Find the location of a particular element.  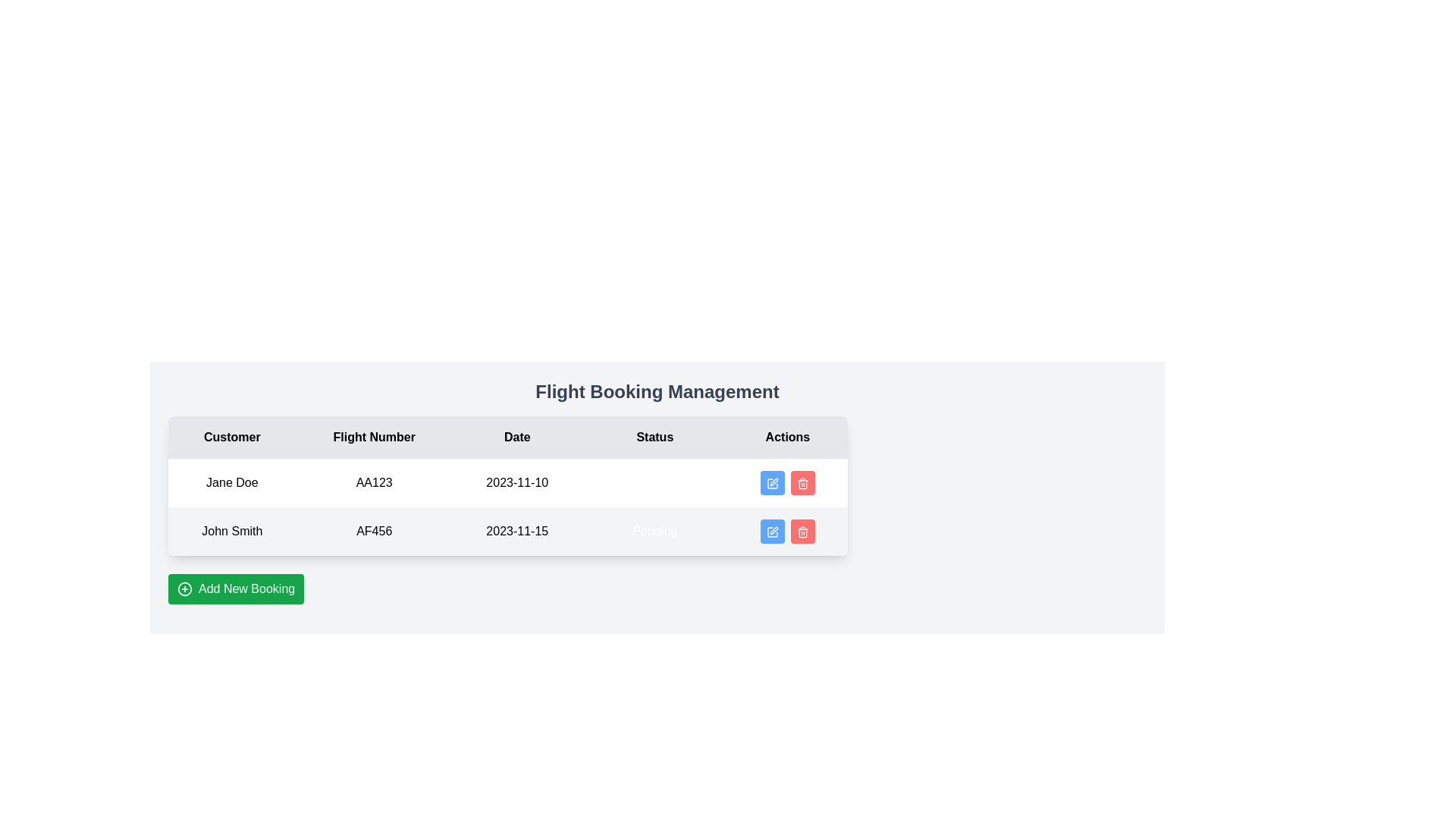

the edit button with a blue background and a white pen icon located in the 'Actions' column of the first row under 'Flight Booking Management' to initiate editing is located at coordinates (772, 482).